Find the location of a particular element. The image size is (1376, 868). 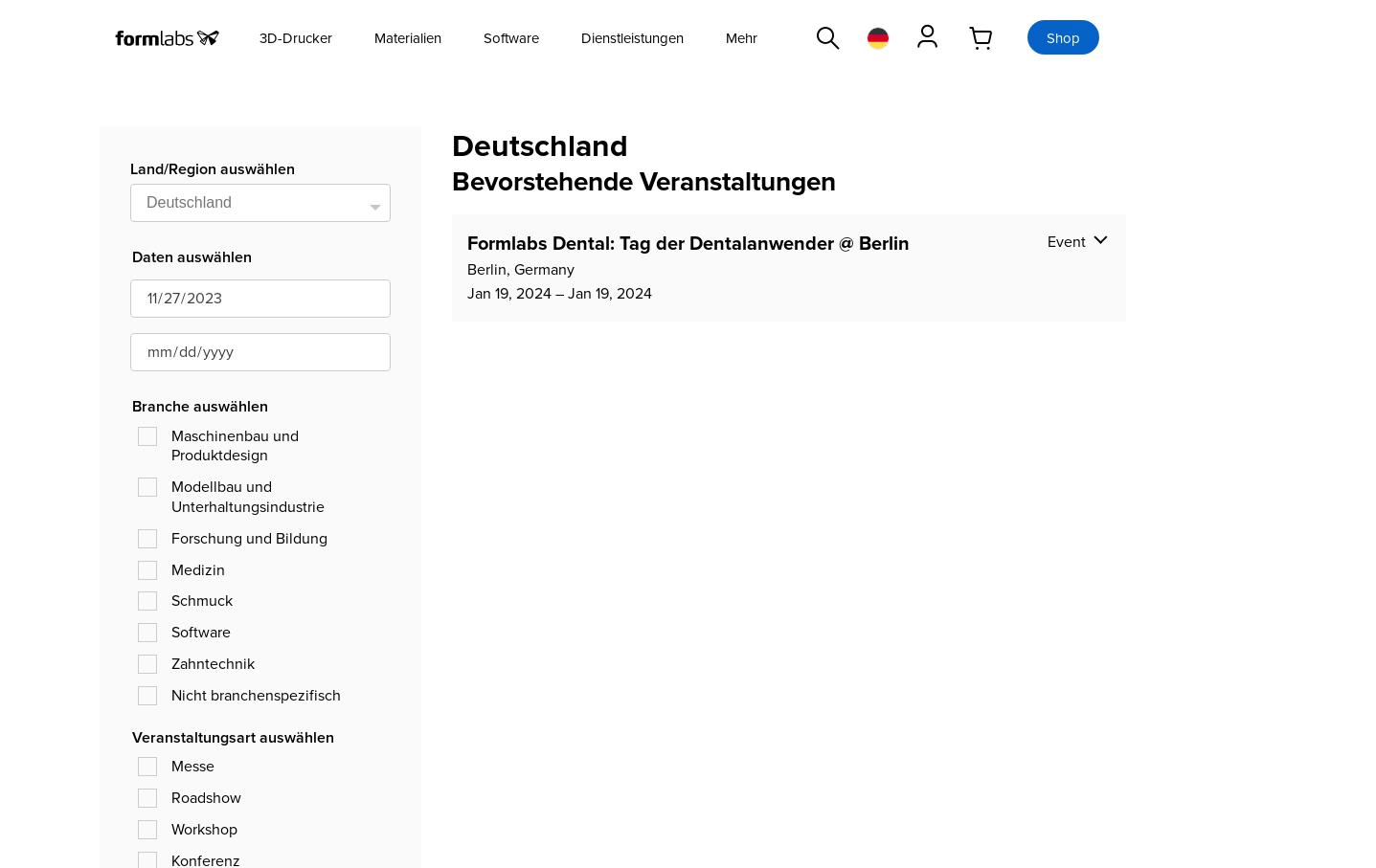

'Workshop' is located at coordinates (170, 827).